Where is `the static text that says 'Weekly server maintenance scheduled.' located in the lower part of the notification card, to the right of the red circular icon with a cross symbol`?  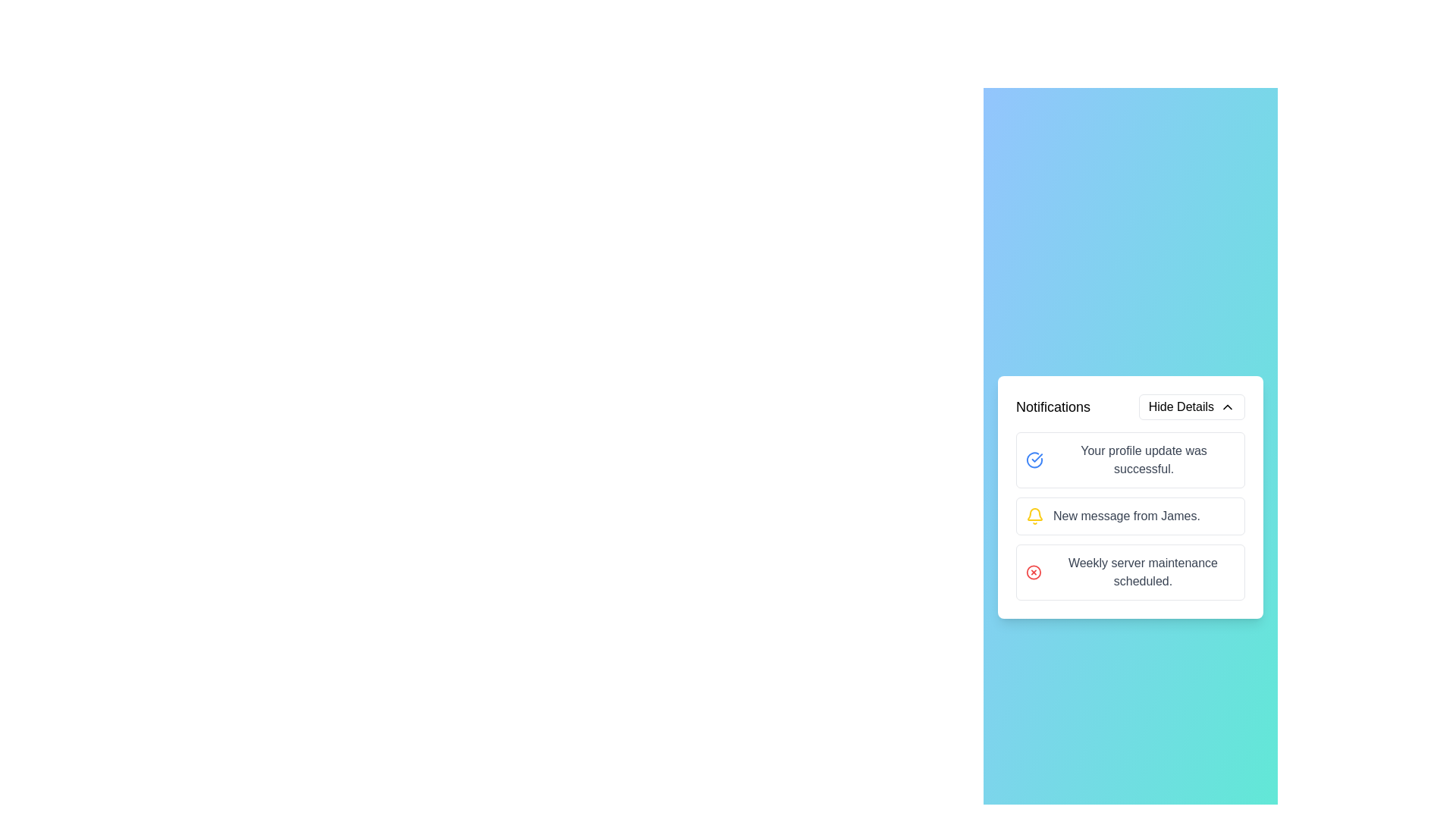
the static text that says 'Weekly server maintenance scheduled.' located in the lower part of the notification card, to the right of the red circular icon with a cross symbol is located at coordinates (1143, 573).